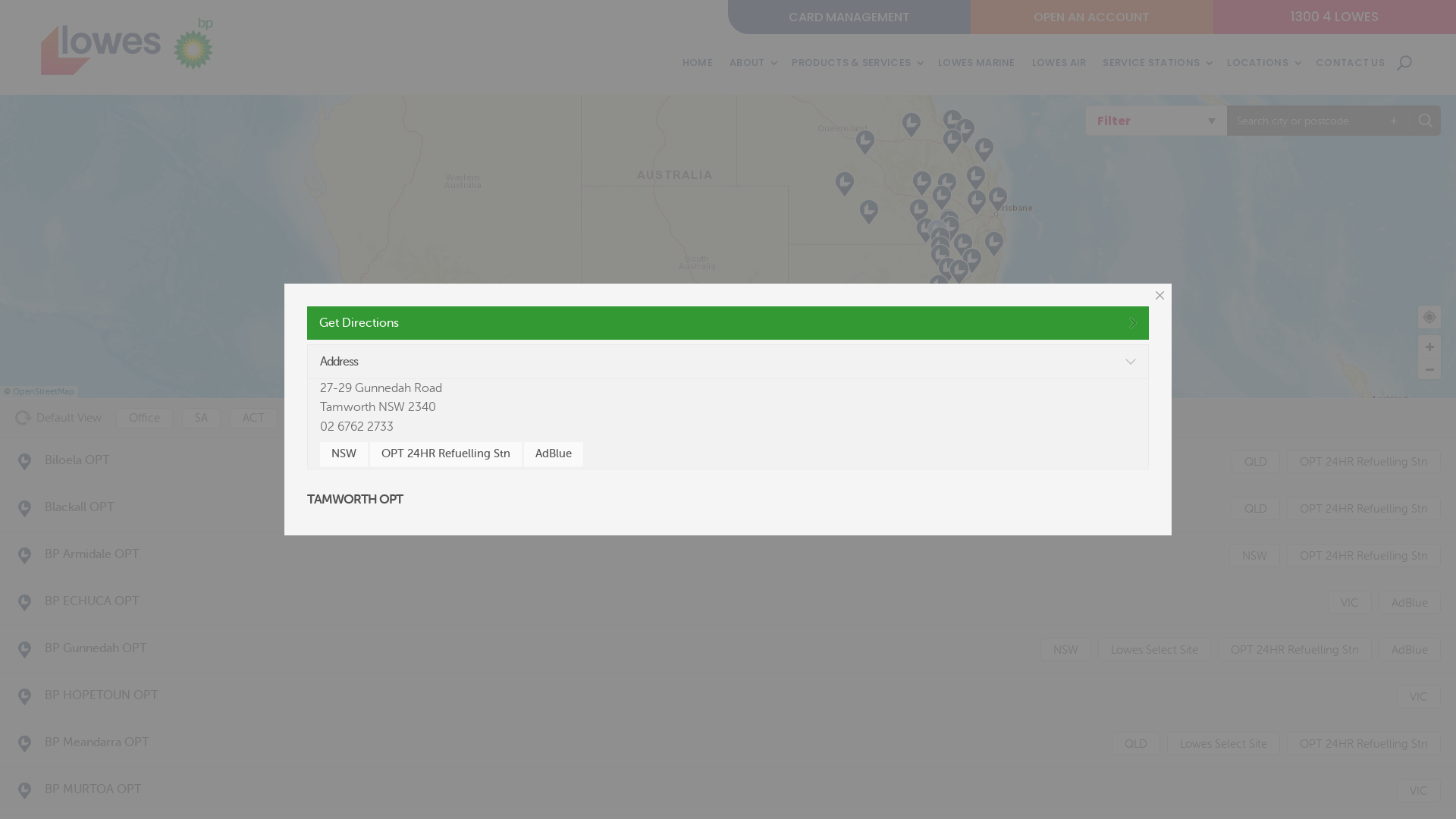  What do you see at coordinates (14, 418) in the screenshot?
I see `'Default View'` at bounding box center [14, 418].